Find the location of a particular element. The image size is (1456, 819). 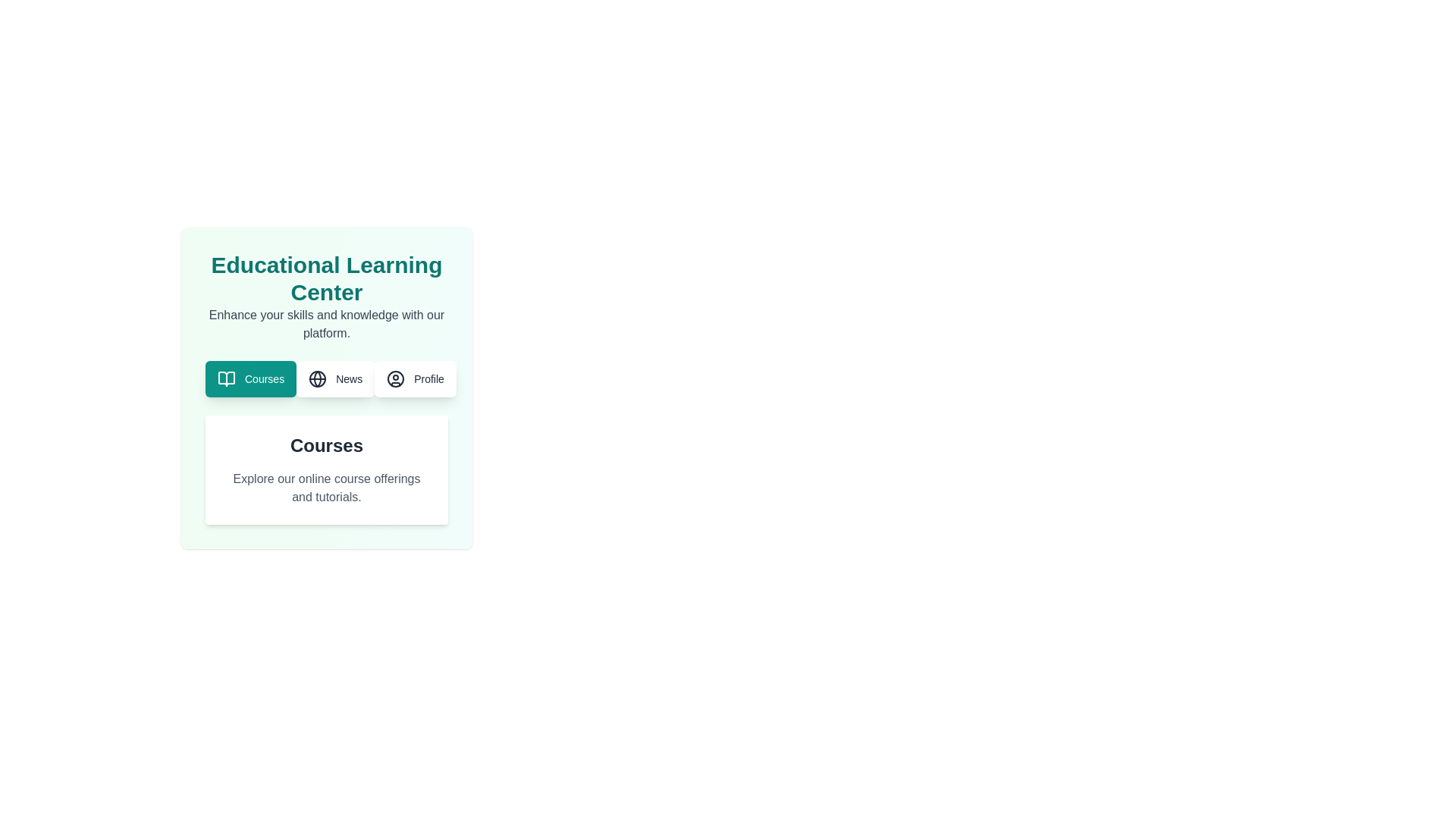

the News tab button to navigate to the corresponding section is located at coordinates (334, 378).